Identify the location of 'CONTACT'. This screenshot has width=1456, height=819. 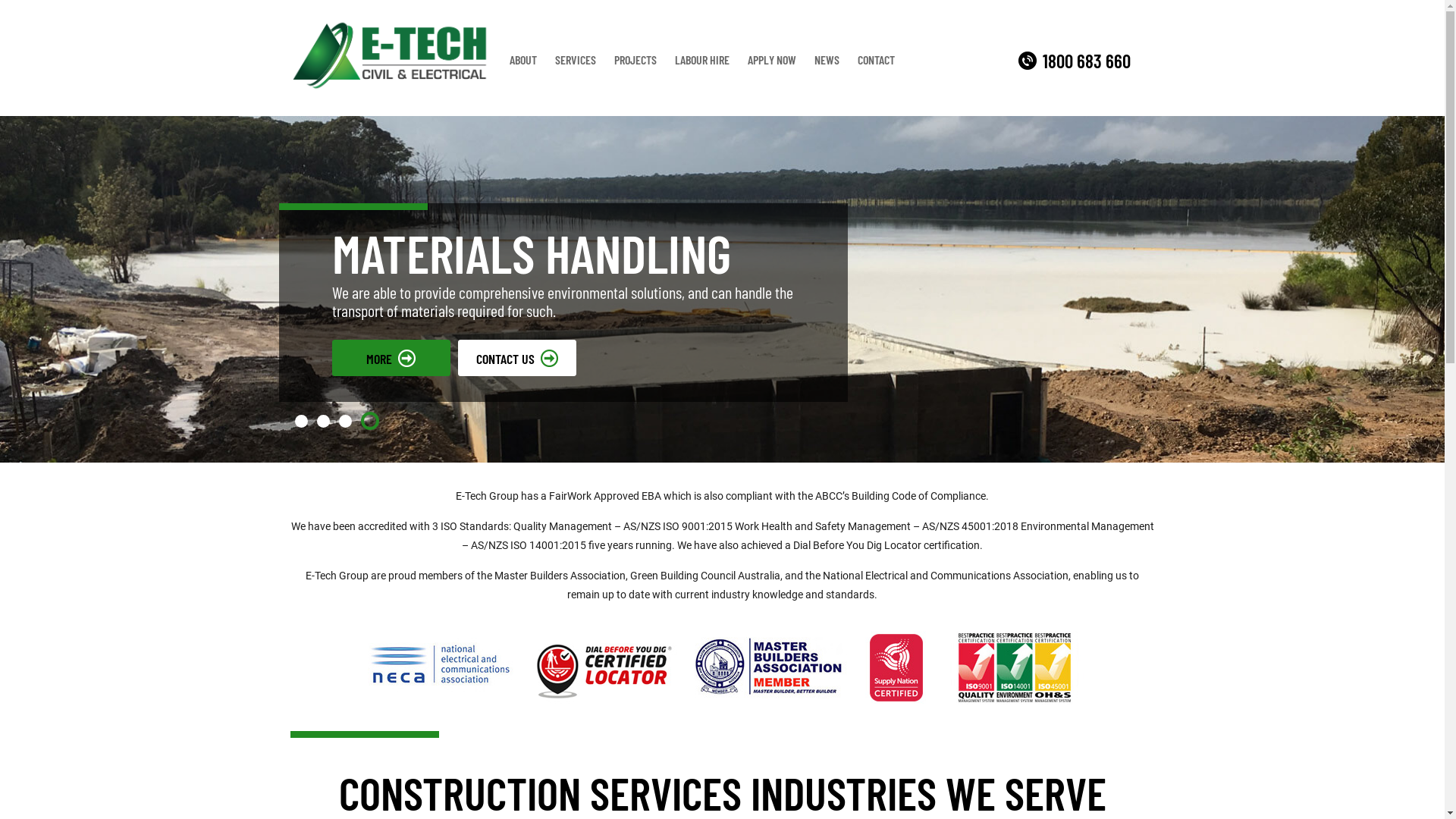
(876, 58).